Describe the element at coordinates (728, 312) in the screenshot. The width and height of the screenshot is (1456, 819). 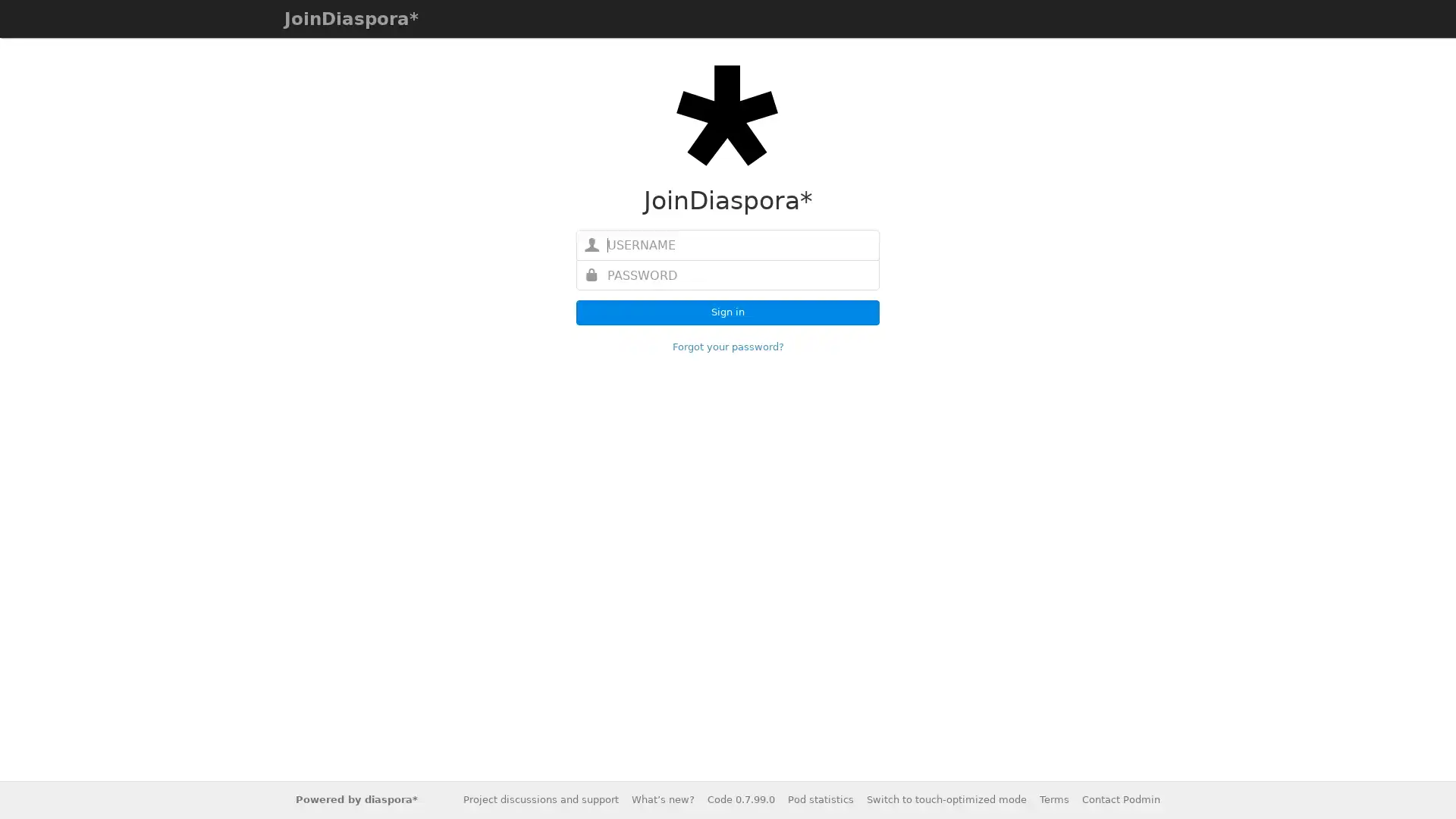
I see `Sign in` at that location.